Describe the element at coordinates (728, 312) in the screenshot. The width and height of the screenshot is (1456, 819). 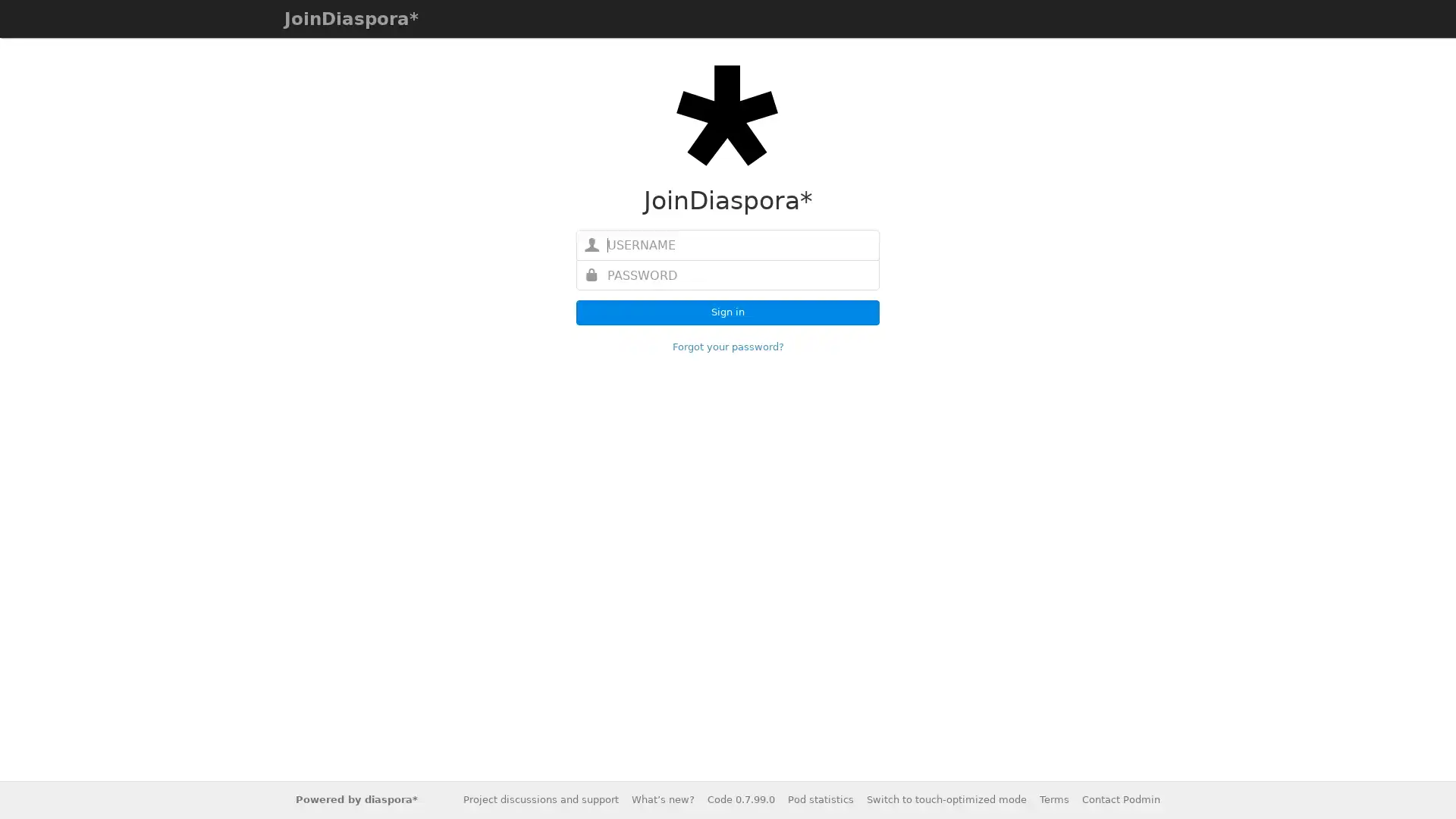
I see `Sign in` at that location.